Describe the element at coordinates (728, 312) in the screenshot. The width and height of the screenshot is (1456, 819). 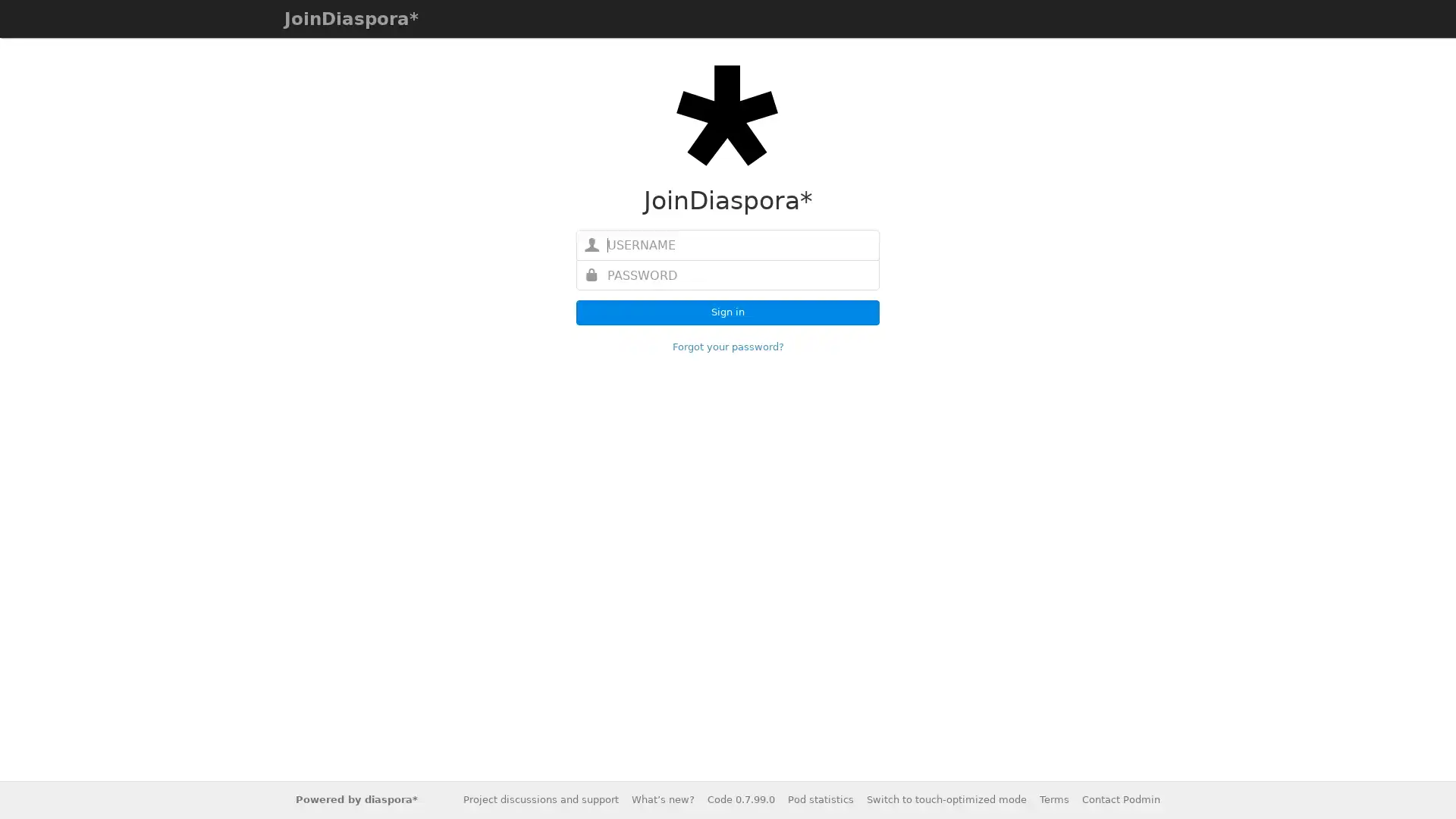
I see `Sign in` at that location.